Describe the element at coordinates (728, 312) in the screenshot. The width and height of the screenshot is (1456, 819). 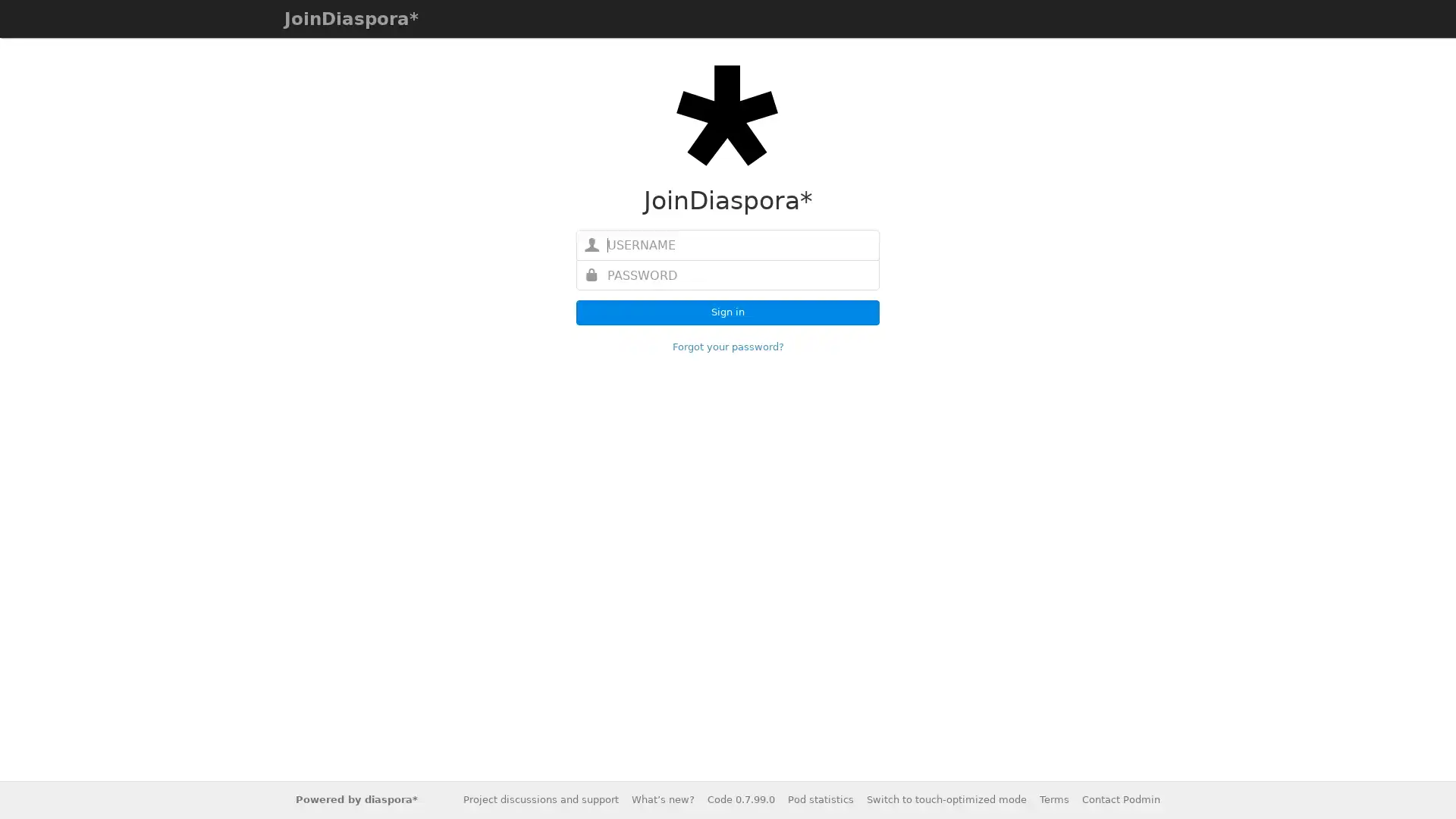
I see `Sign in` at that location.